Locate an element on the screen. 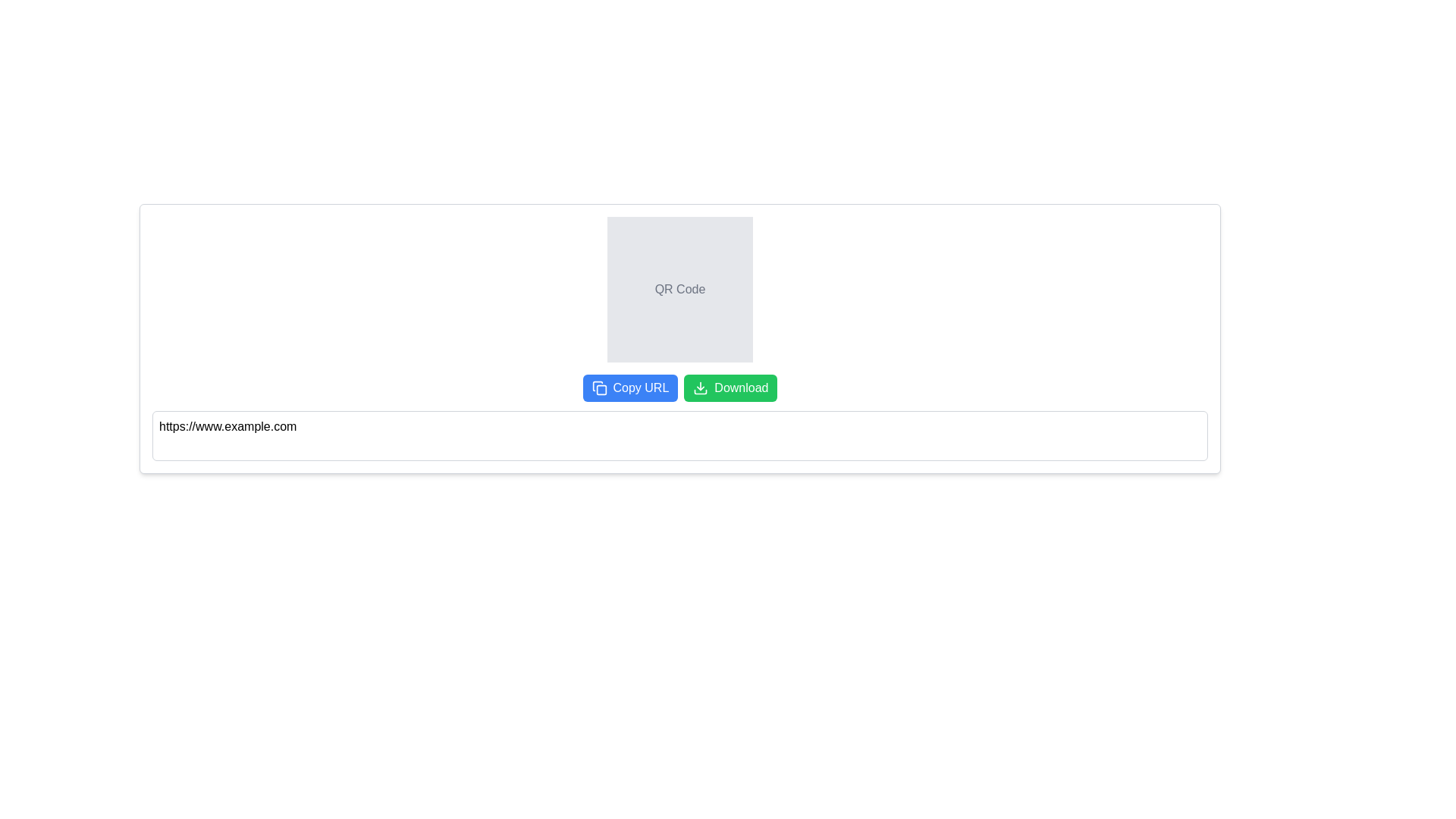  the download button located to the right of the 'Copy URL' button is located at coordinates (730, 388).